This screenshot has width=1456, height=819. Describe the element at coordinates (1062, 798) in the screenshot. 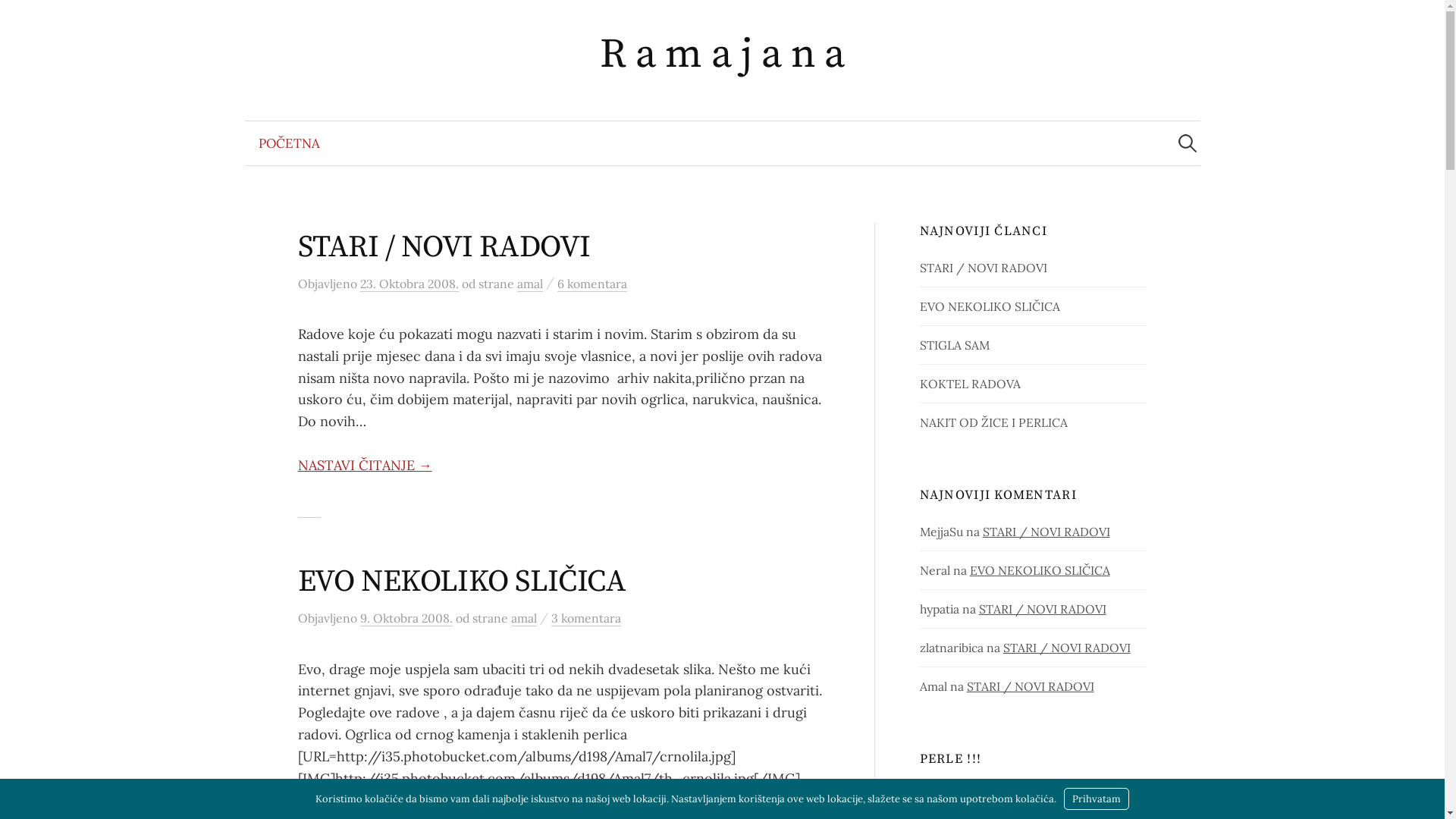

I see `'Prihvatam'` at that location.